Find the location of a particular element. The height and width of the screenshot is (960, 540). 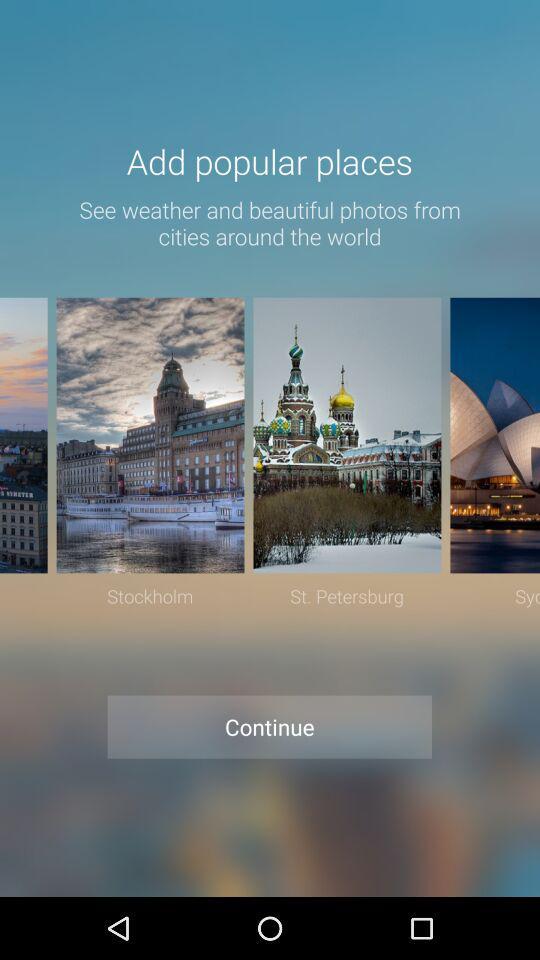

the continue item is located at coordinates (269, 726).